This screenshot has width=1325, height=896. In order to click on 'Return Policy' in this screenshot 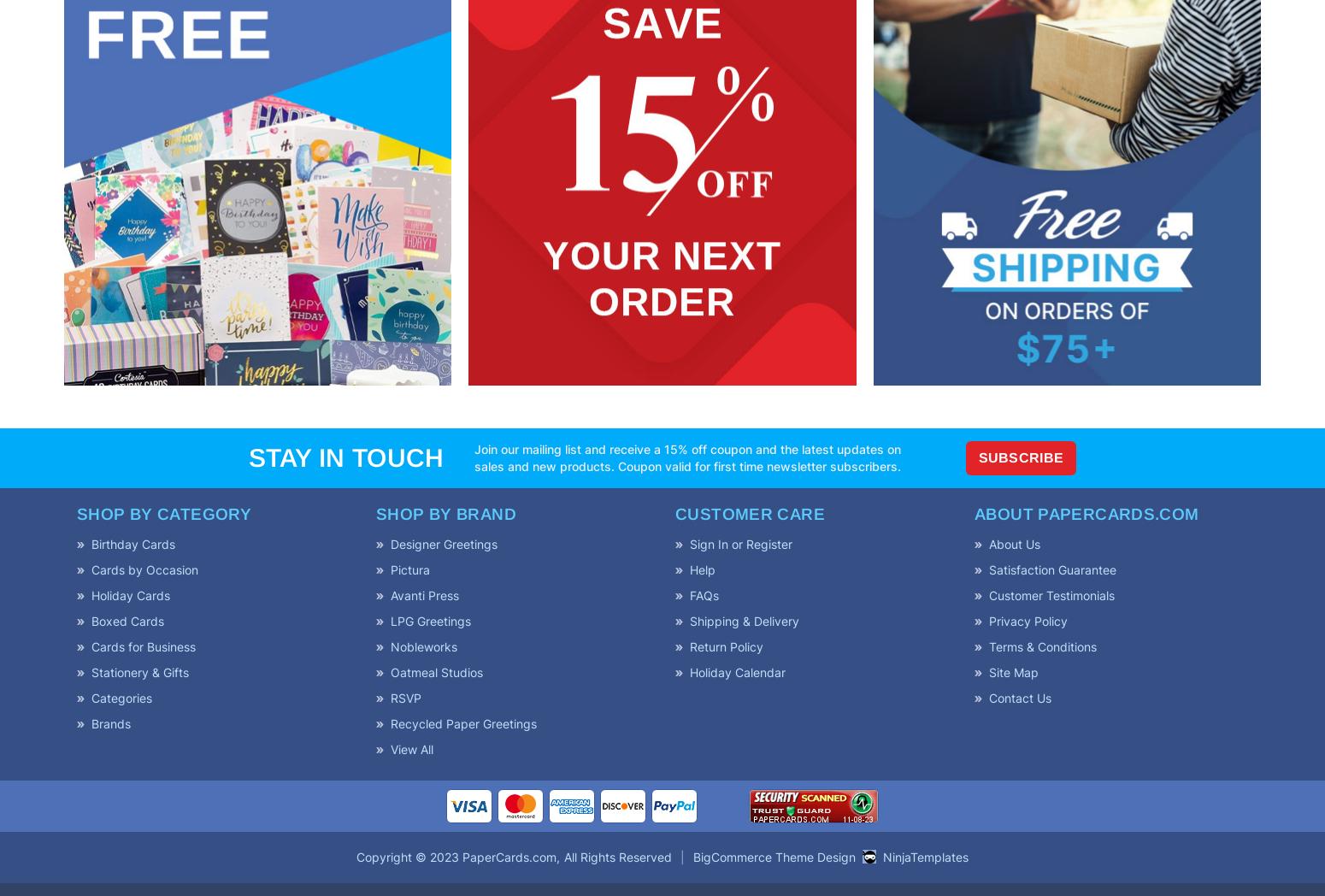, I will do `click(726, 645)`.